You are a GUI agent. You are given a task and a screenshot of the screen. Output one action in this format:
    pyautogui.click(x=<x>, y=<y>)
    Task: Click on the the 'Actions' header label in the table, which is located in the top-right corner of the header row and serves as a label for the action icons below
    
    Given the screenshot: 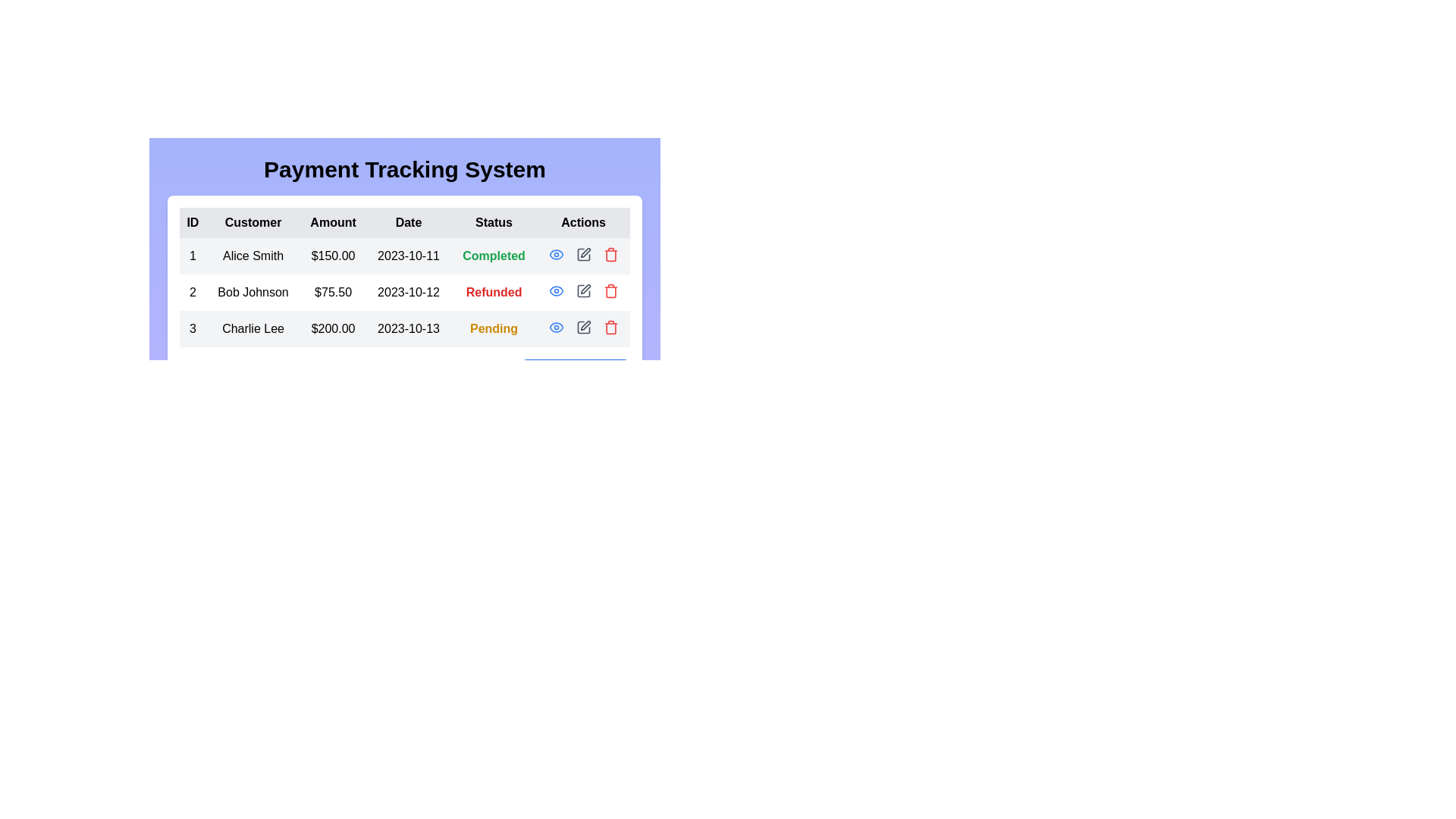 What is the action you would take?
    pyautogui.click(x=582, y=222)
    